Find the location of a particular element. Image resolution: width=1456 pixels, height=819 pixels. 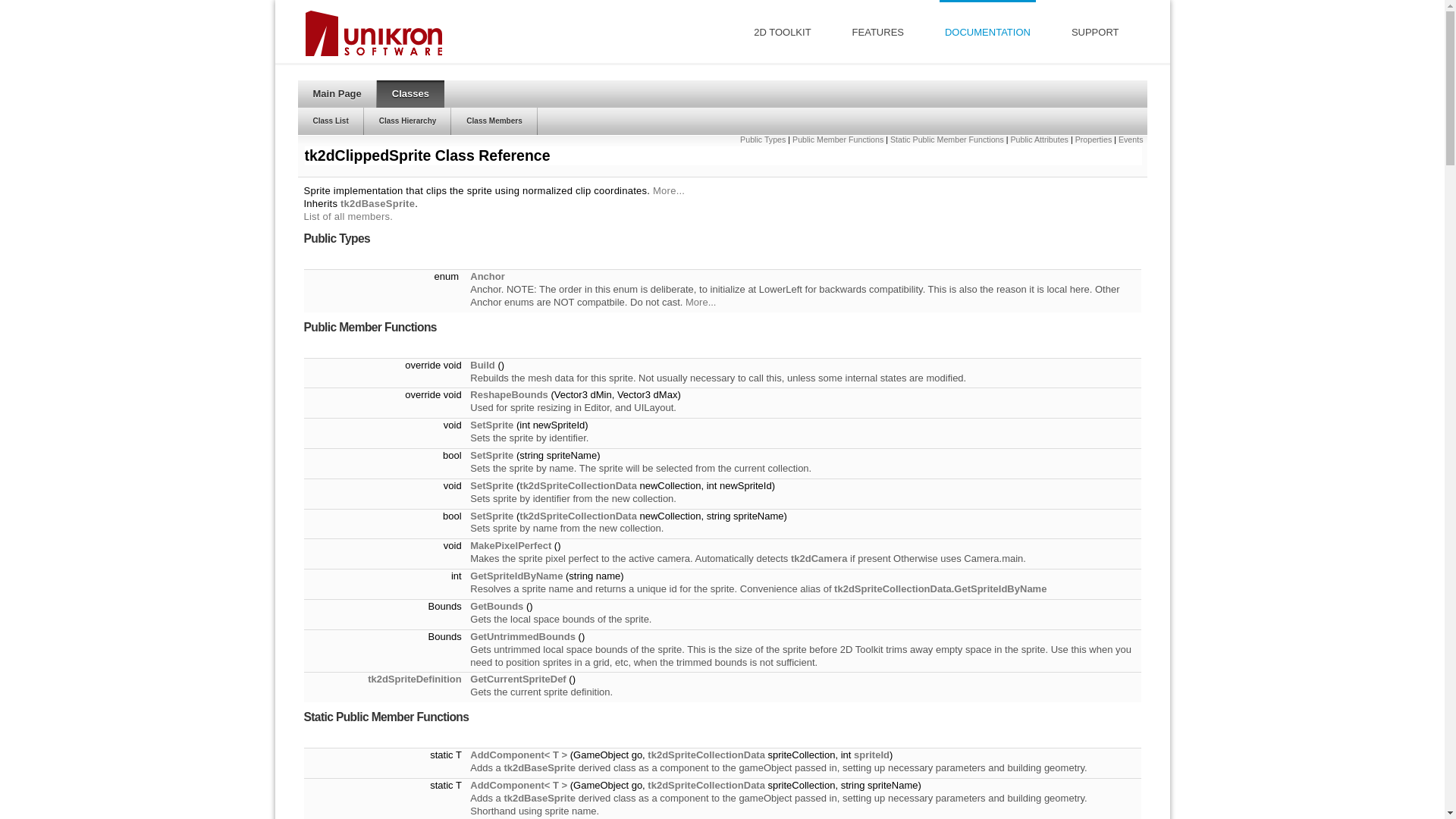

'Class Hierarchy' is located at coordinates (364, 120).